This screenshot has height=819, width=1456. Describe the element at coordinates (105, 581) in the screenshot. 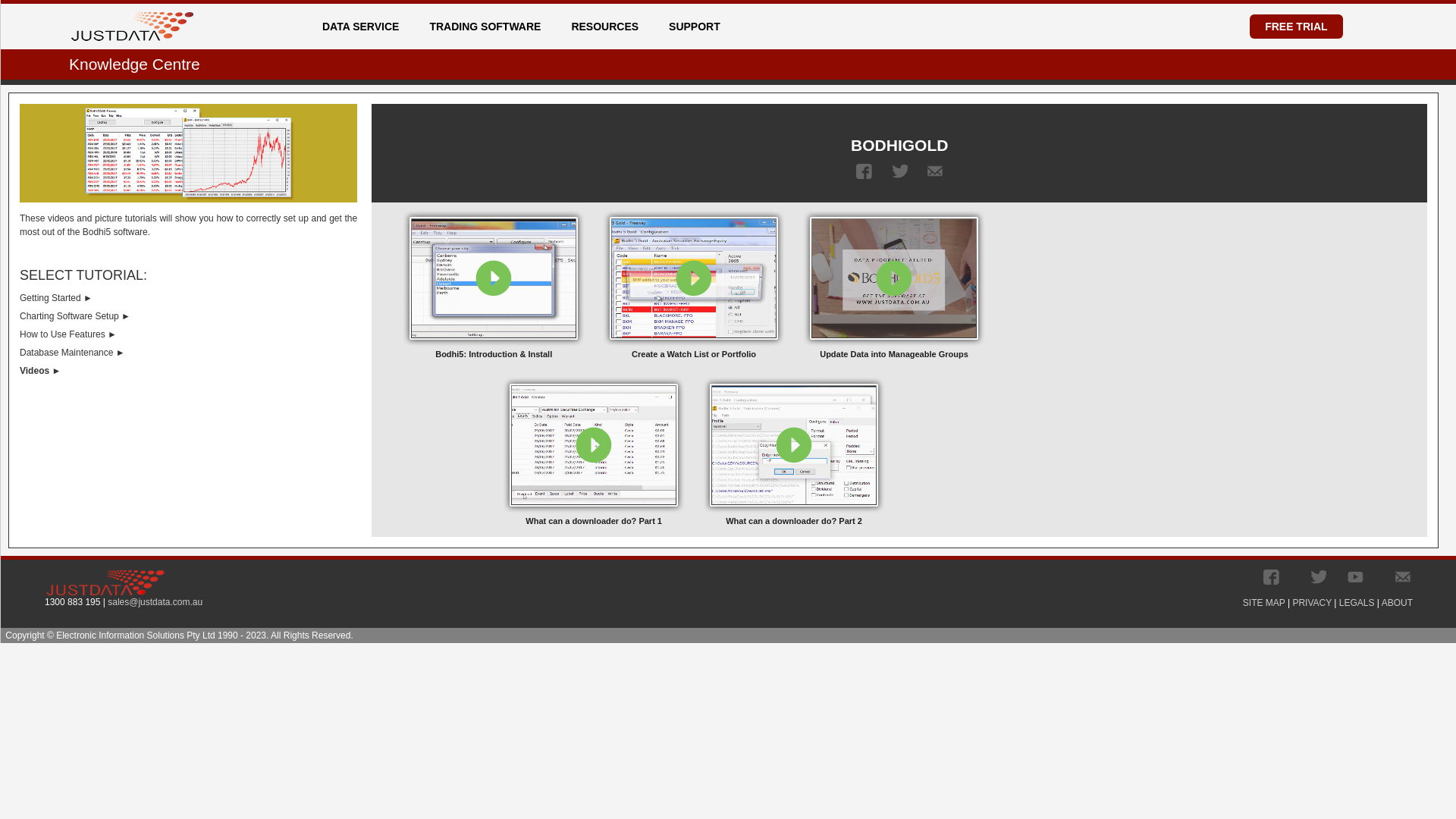

I see `'Electronic Information Solutions Pty Ltd trading as JustData'` at that location.